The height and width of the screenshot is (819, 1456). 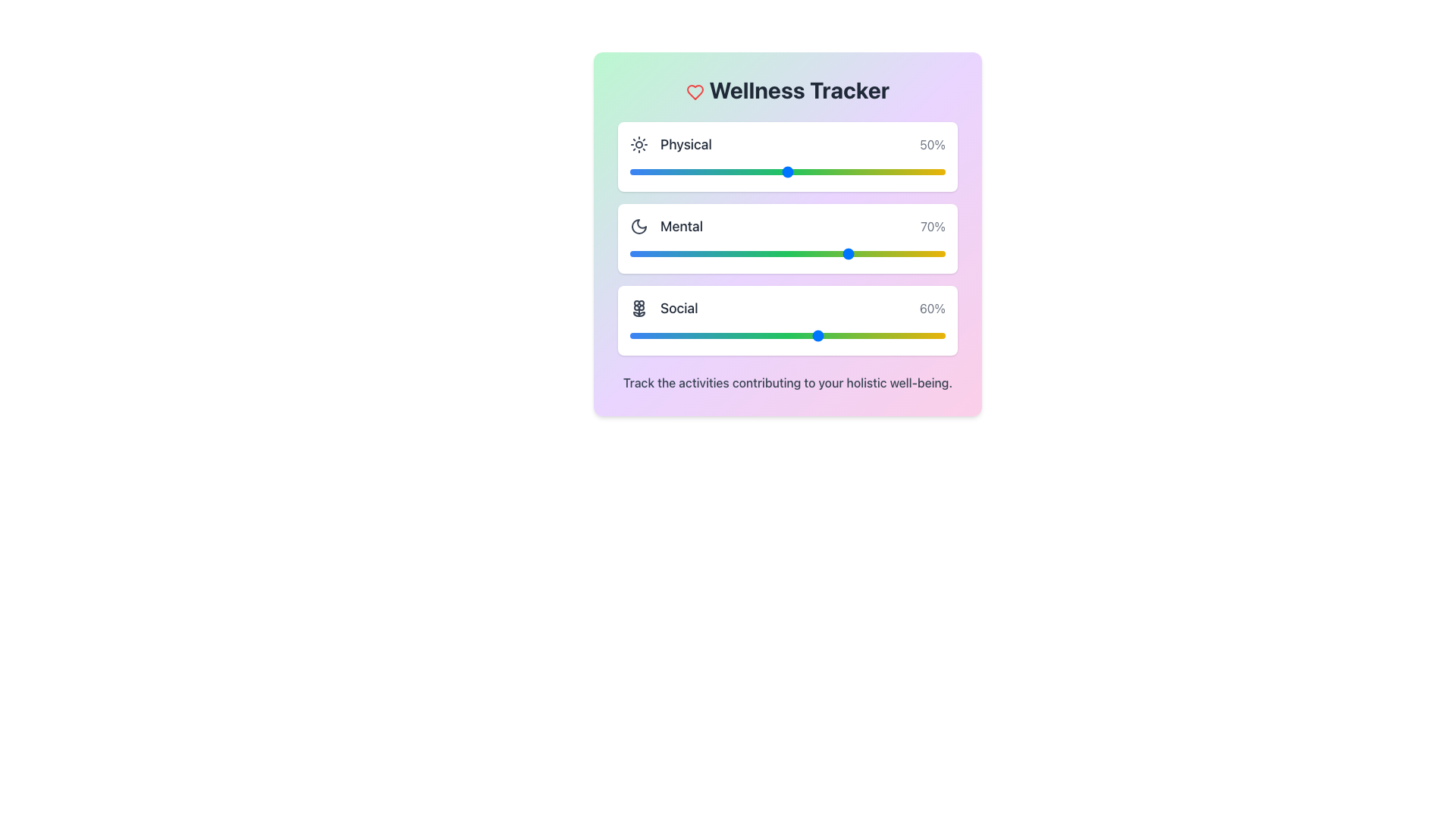 What do you see at coordinates (680, 227) in the screenshot?
I see `Label/Text element displaying the text 'Mental', which is styled with a medium-sized font in dark gray color and is positioned to the right of a crescent moon icon` at bounding box center [680, 227].